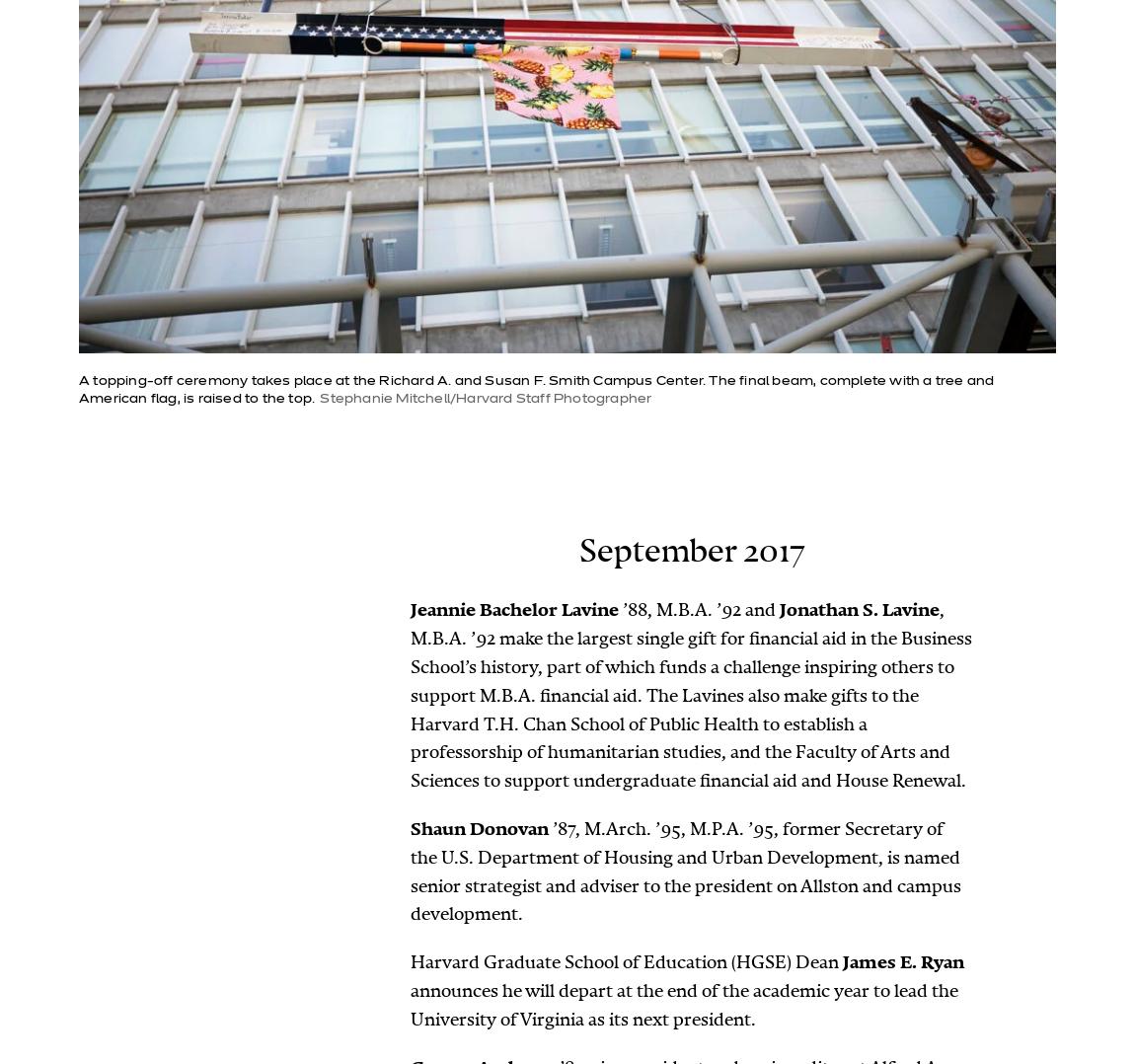 Image resolution: width=1135 pixels, height=1064 pixels. Describe the element at coordinates (319, 398) in the screenshot. I see `'Stephanie Mitchell/Harvard Staff Photographer'` at that location.